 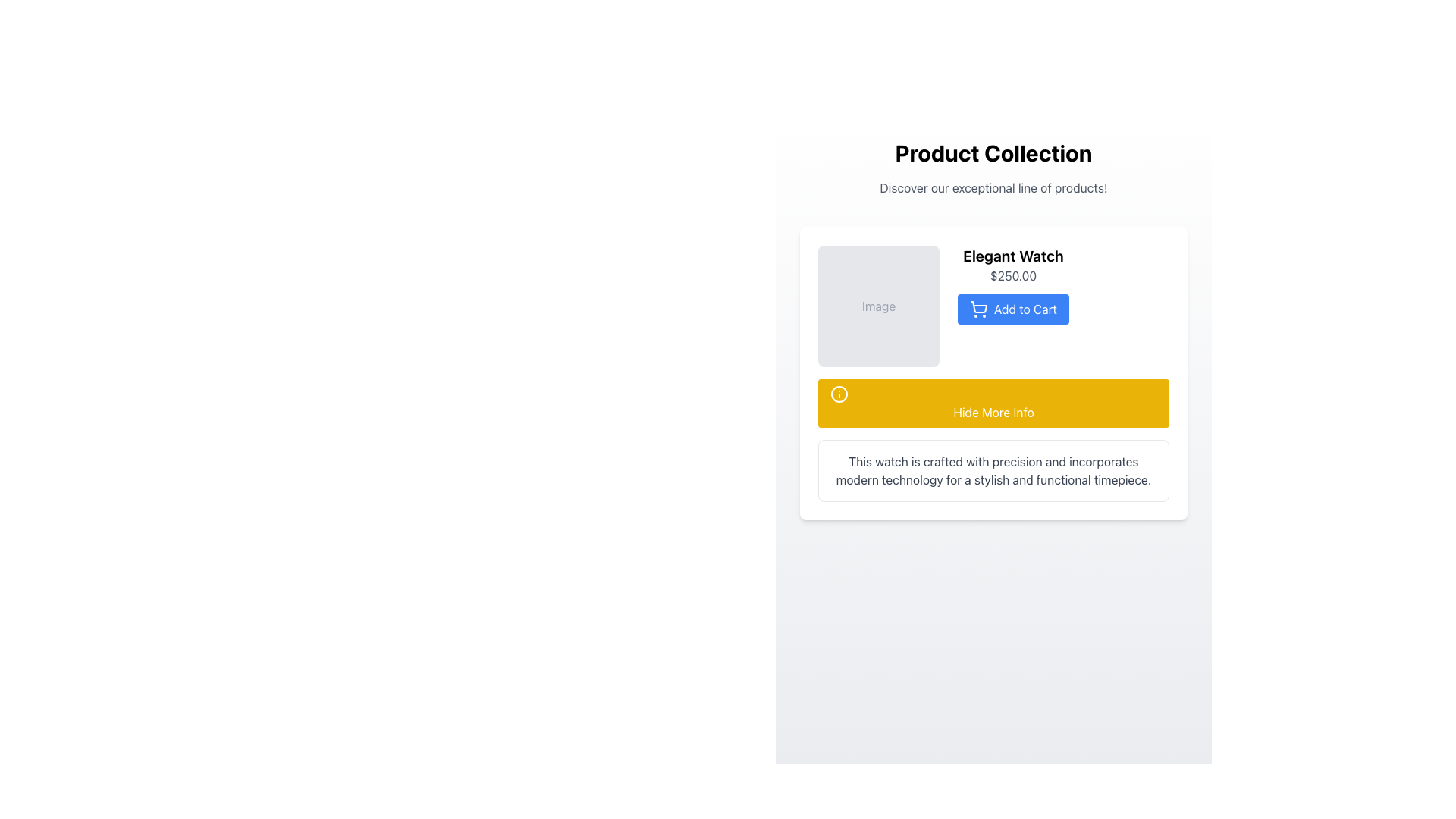 I want to click on the placeholder text label for the product image, which is centered within a gray rounded rectangle in the top-left section of the product card, so click(x=878, y=306).